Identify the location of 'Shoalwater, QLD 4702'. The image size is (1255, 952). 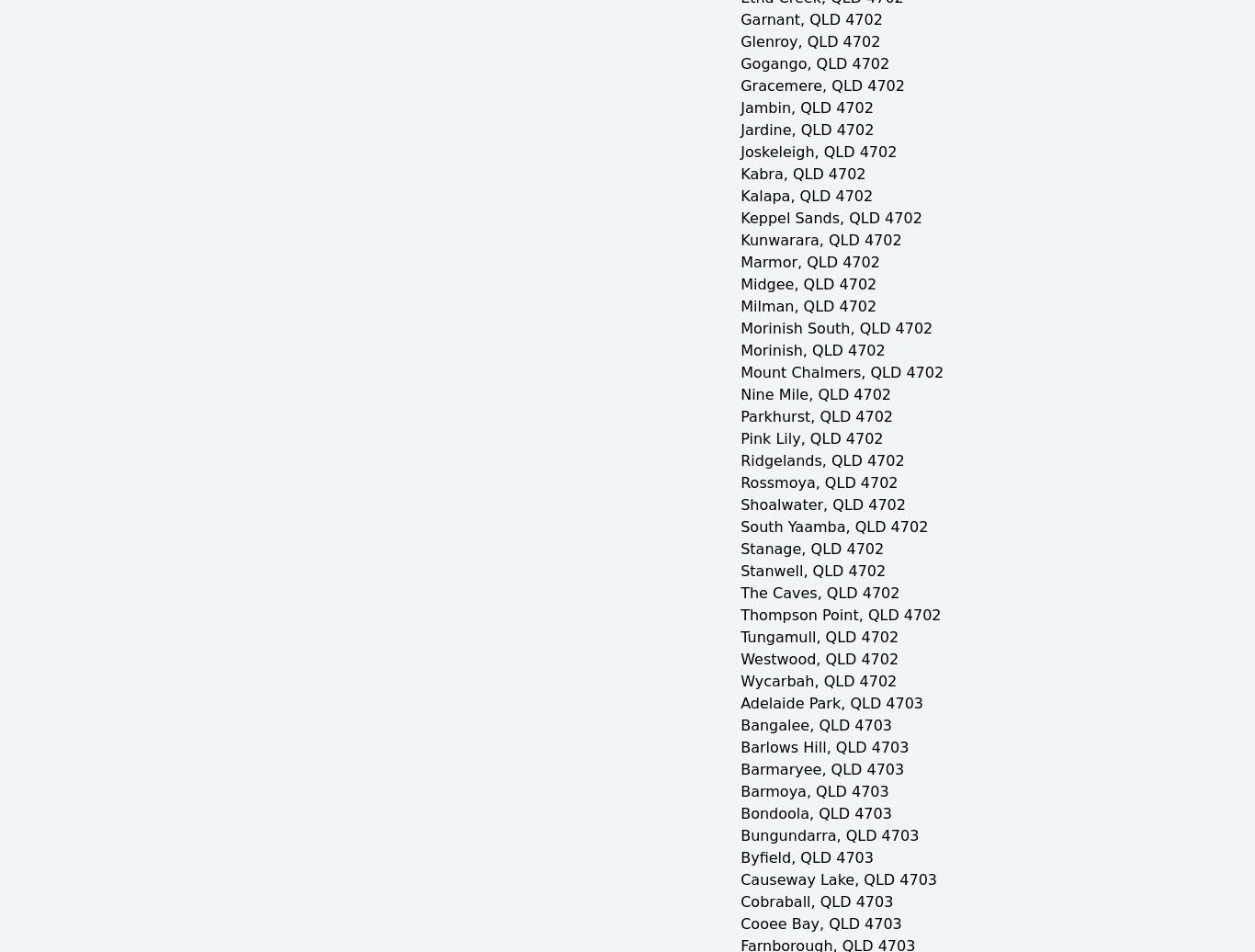
(821, 504).